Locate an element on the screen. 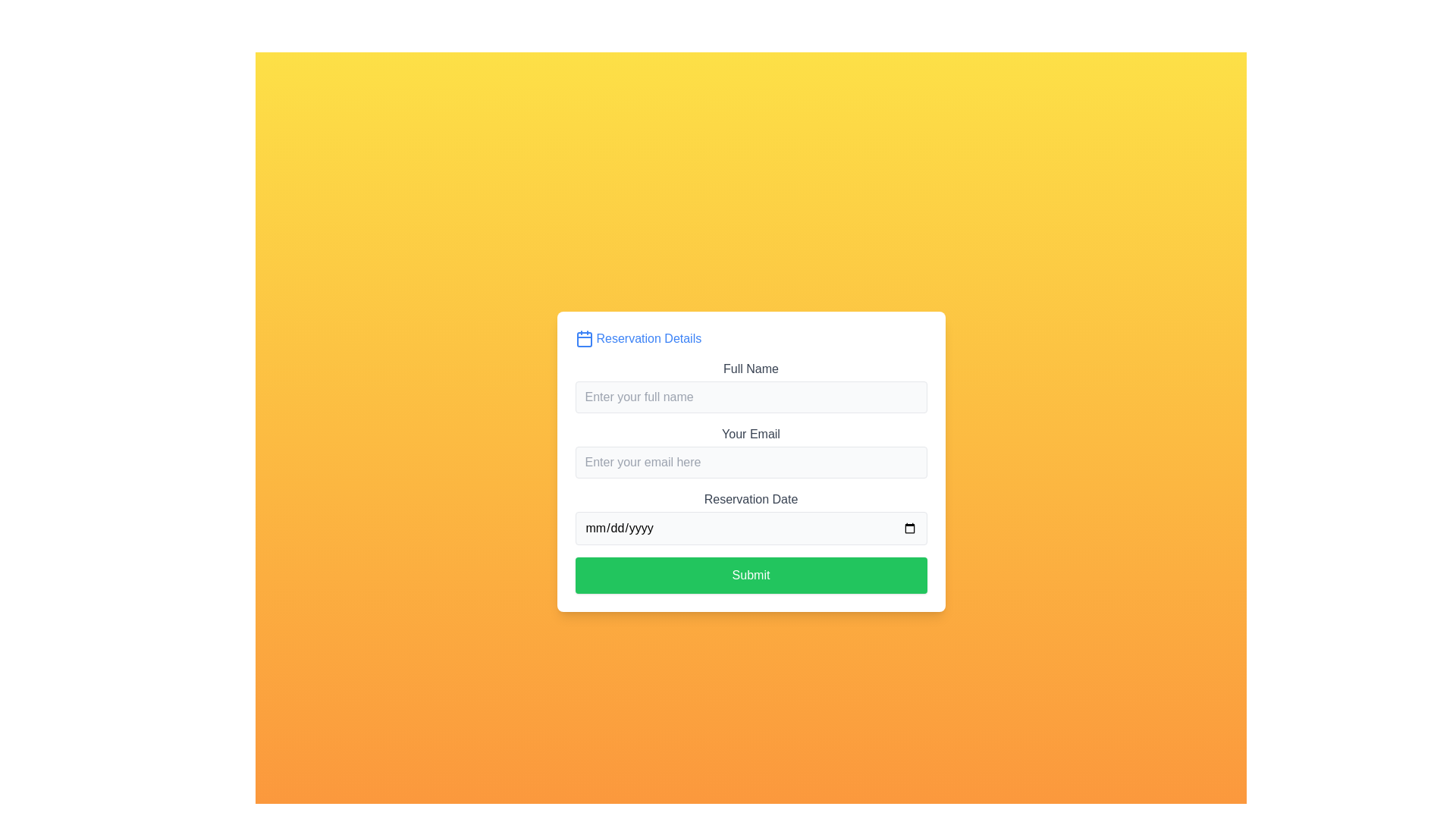 The image size is (1456, 819). the label indicating the reservation date for the adjacent date input field, which is located above the 'mm/dd/yyyy' input and below the 'Your Email' input is located at coordinates (751, 500).